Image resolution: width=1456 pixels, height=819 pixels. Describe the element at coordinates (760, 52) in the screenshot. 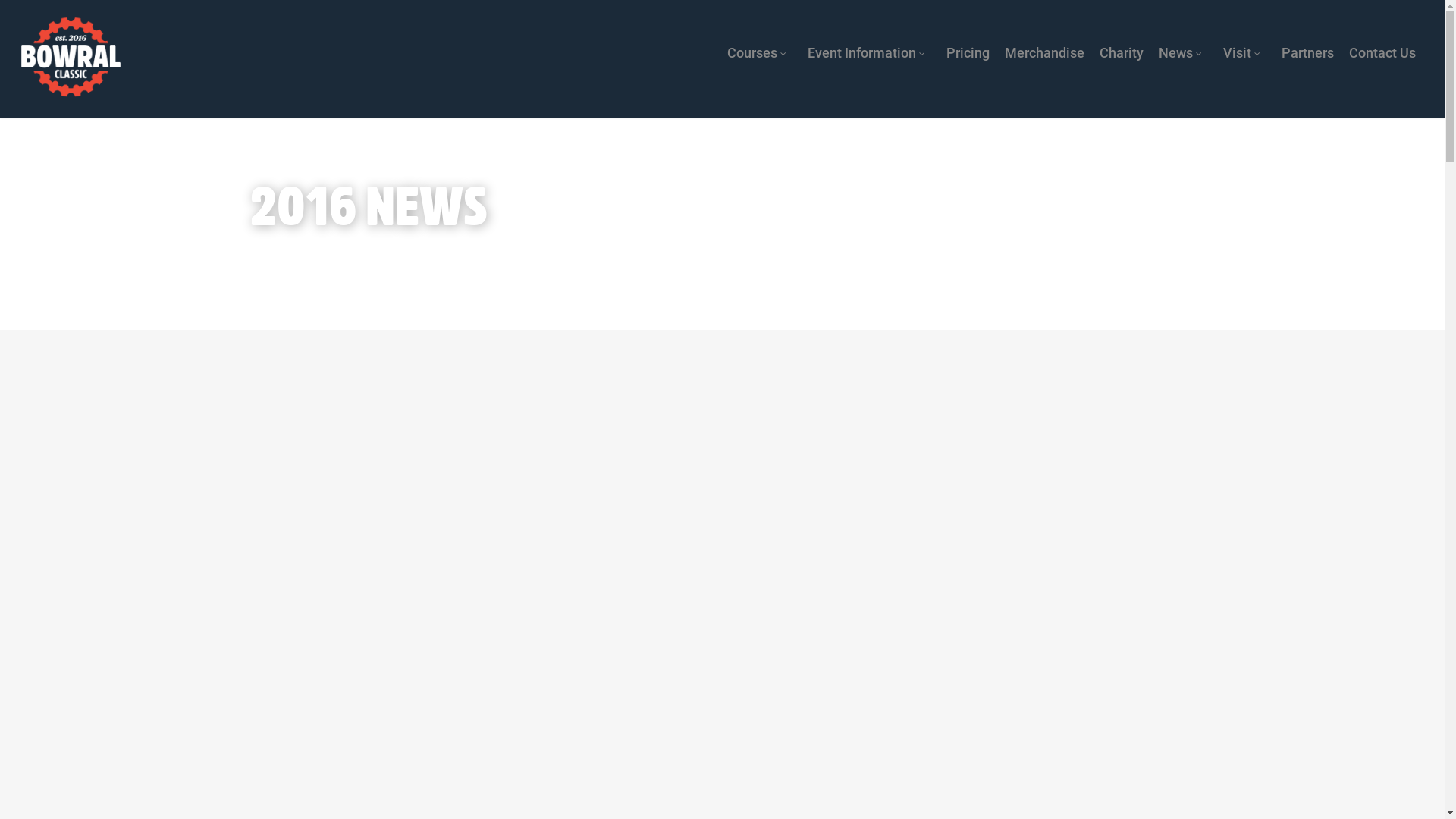

I see `'Courses'` at that location.